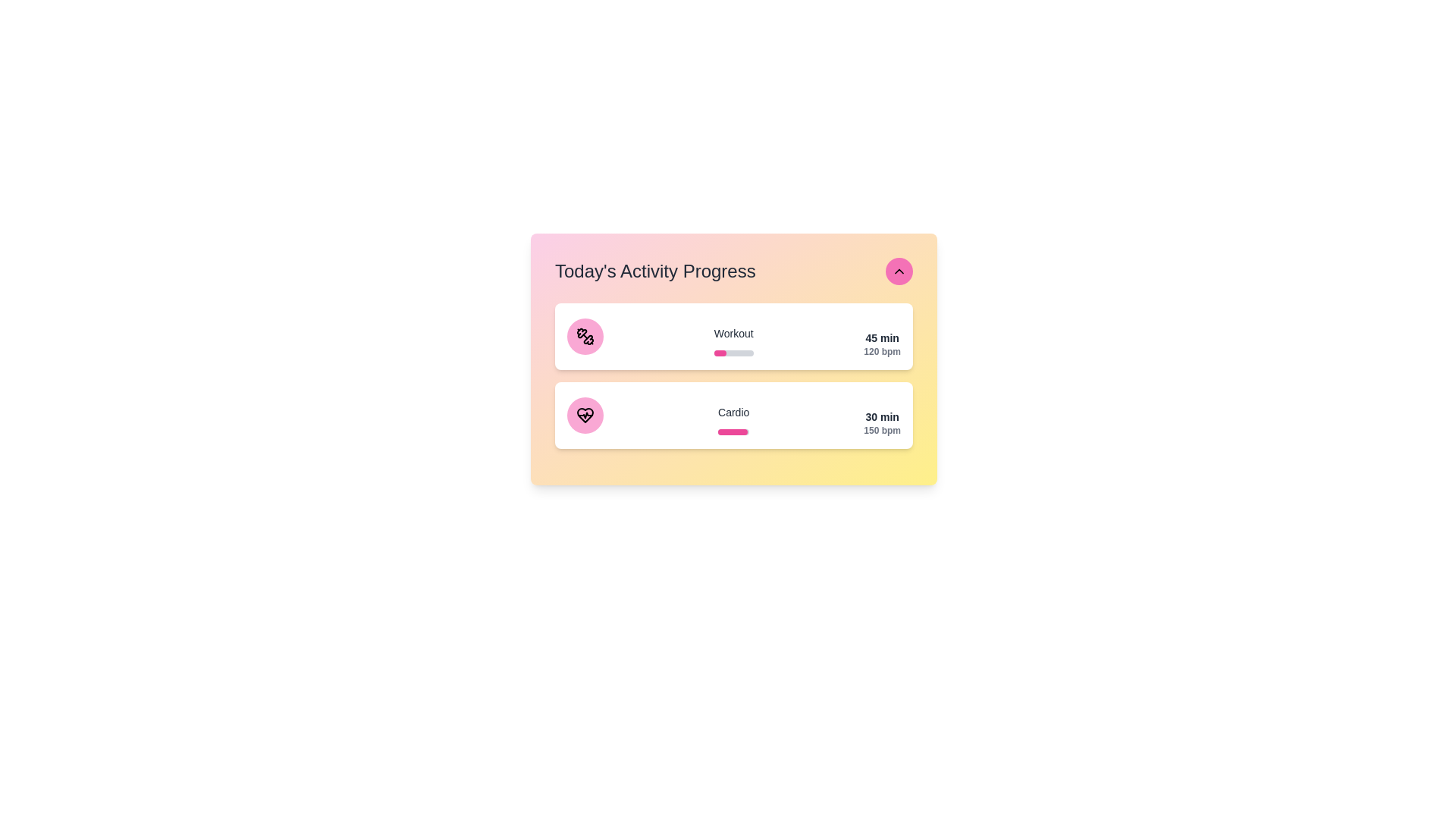 The image size is (1456, 819). What do you see at coordinates (733, 412) in the screenshot?
I see `the label that describes the type of activity as 'Cardio', which is located to the right of a pink circular icon with a heart symbol, aligned horizontally with the icon and vertically centered in the white box` at bounding box center [733, 412].